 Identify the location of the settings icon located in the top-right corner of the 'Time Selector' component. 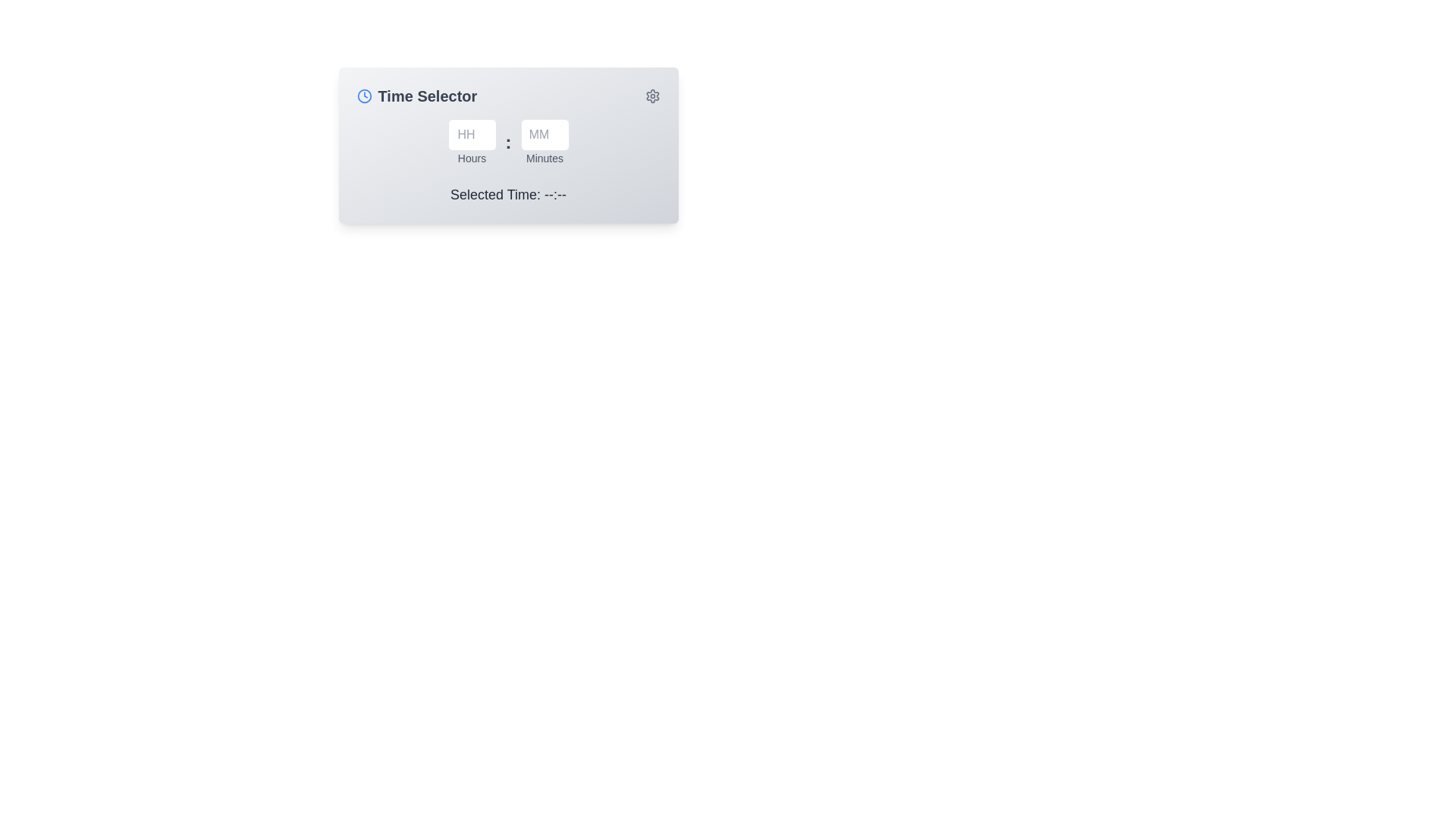
(652, 96).